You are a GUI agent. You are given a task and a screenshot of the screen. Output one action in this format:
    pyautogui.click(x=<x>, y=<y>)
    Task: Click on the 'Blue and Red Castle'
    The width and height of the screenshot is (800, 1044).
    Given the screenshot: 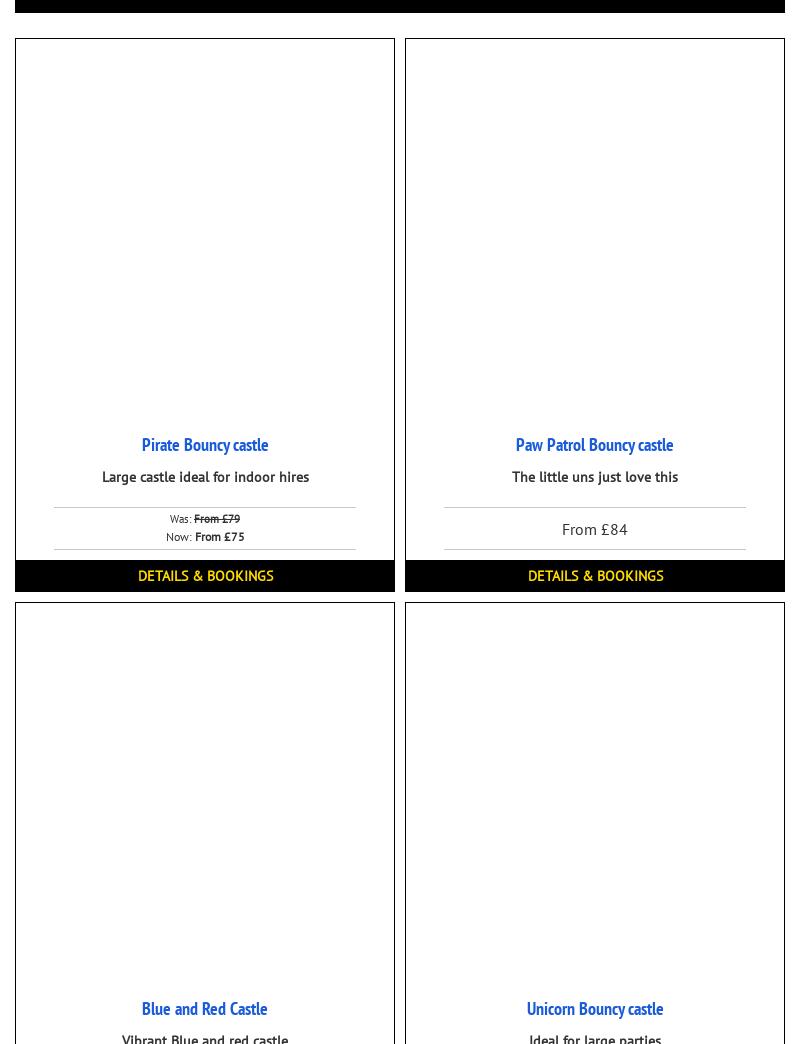 What is the action you would take?
    pyautogui.click(x=204, y=1008)
    